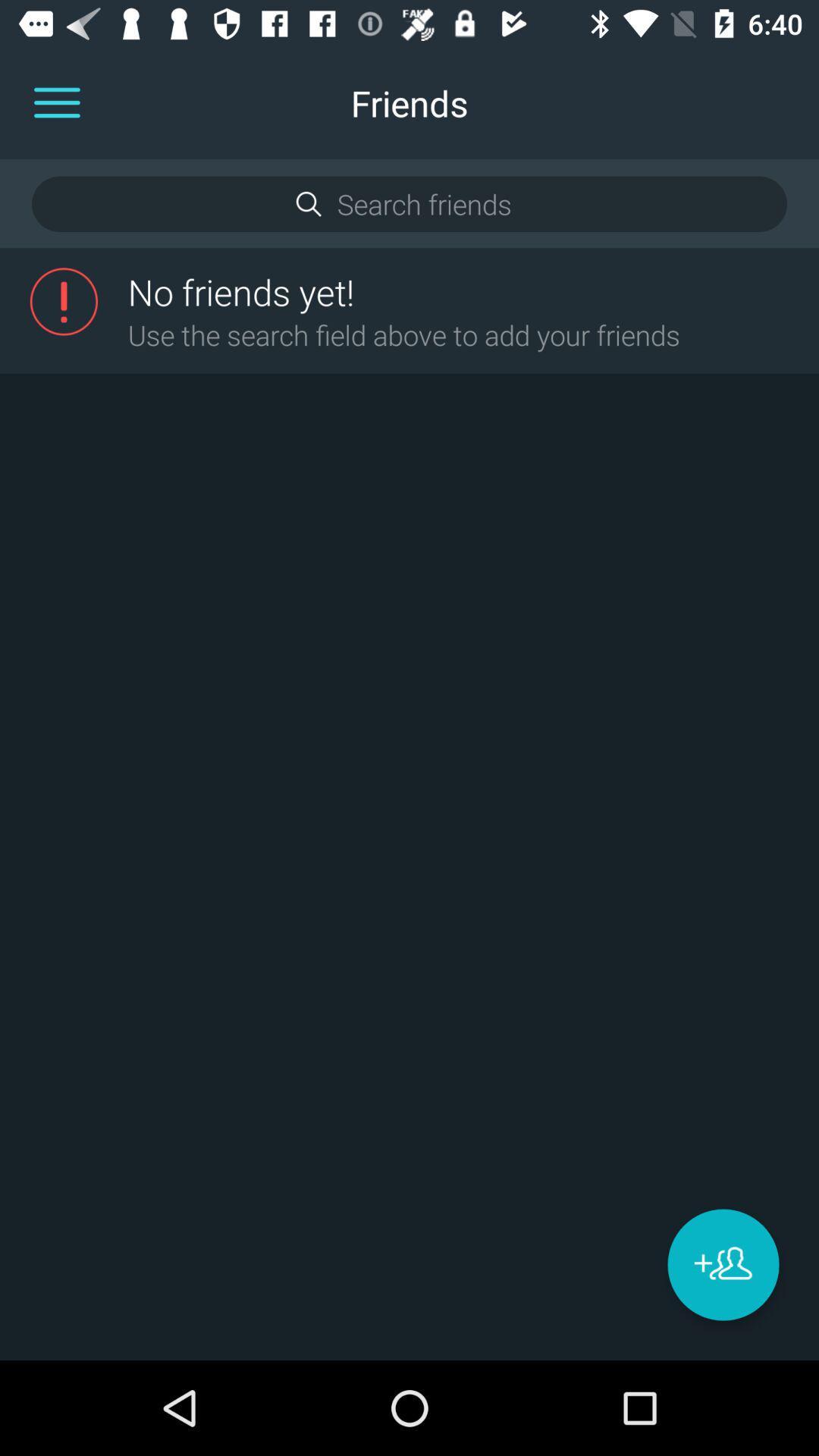 The height and width of the screenshot is (1456, 819). What do you see at coordinates (56, 102) in the screenshot?
I see `it can be used to open options menu` at bounding box center [56, 102].